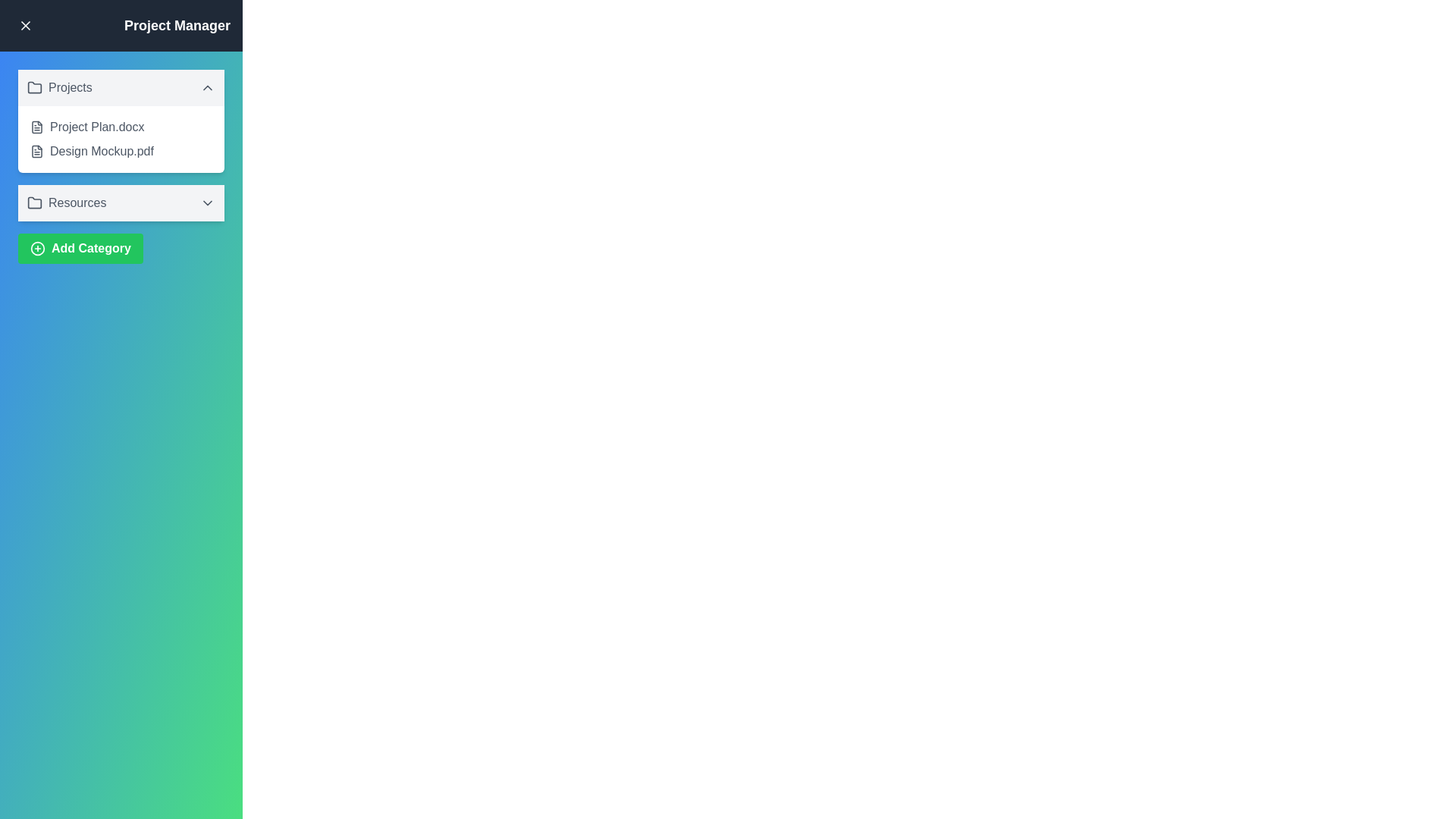 This screenshot has height=819, width=1456. Describe the element at coordinates (66, 202) in the screenshot. I see `the 'Resources' category label` at that location.